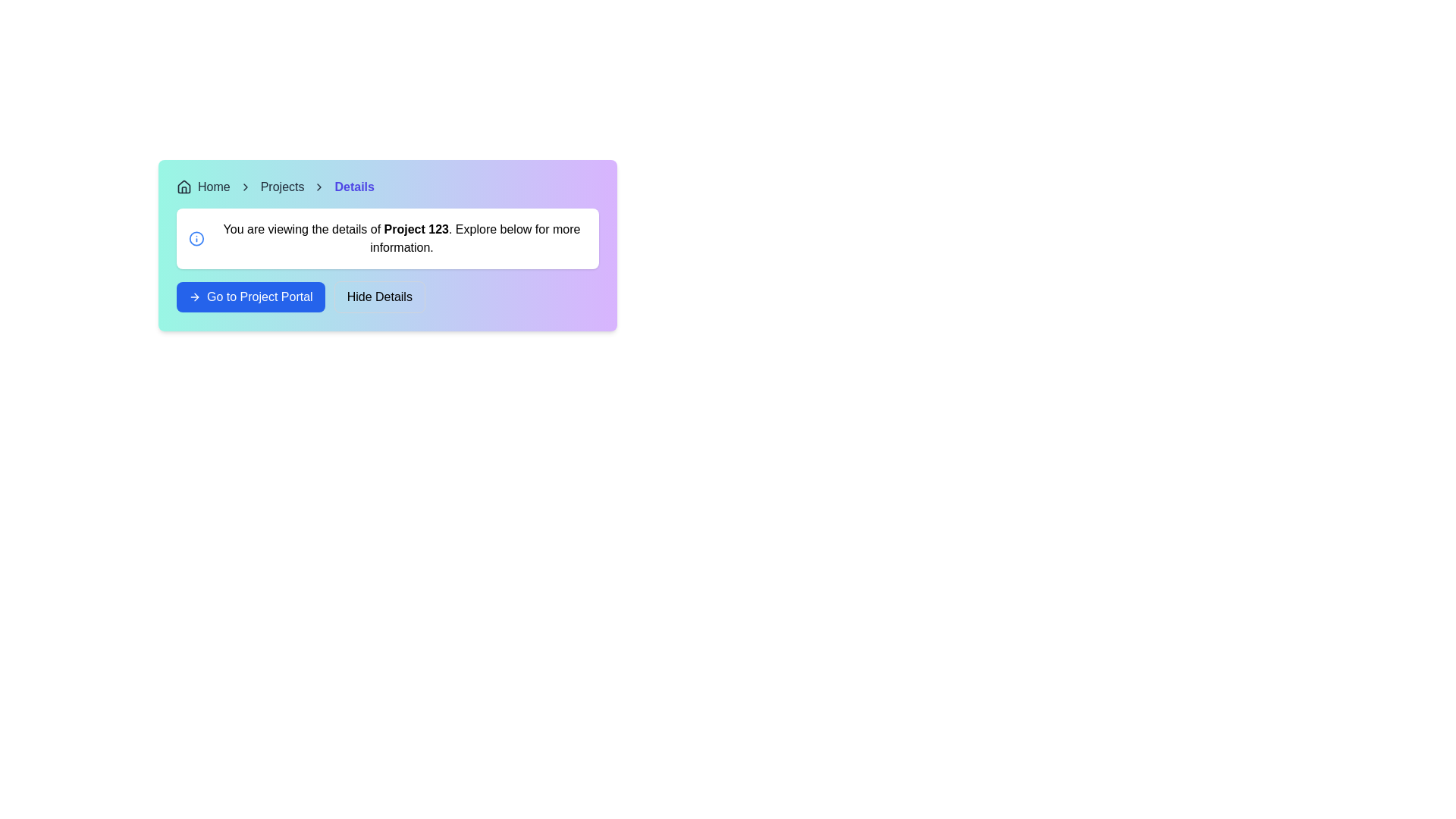 The width and height of the screenshot is (1456, 819). What do you see at coordinates (379, 297) in the screenshot?
I see `the rectangular button labeled 'Hide Details'` at bounding box center [379, 297].